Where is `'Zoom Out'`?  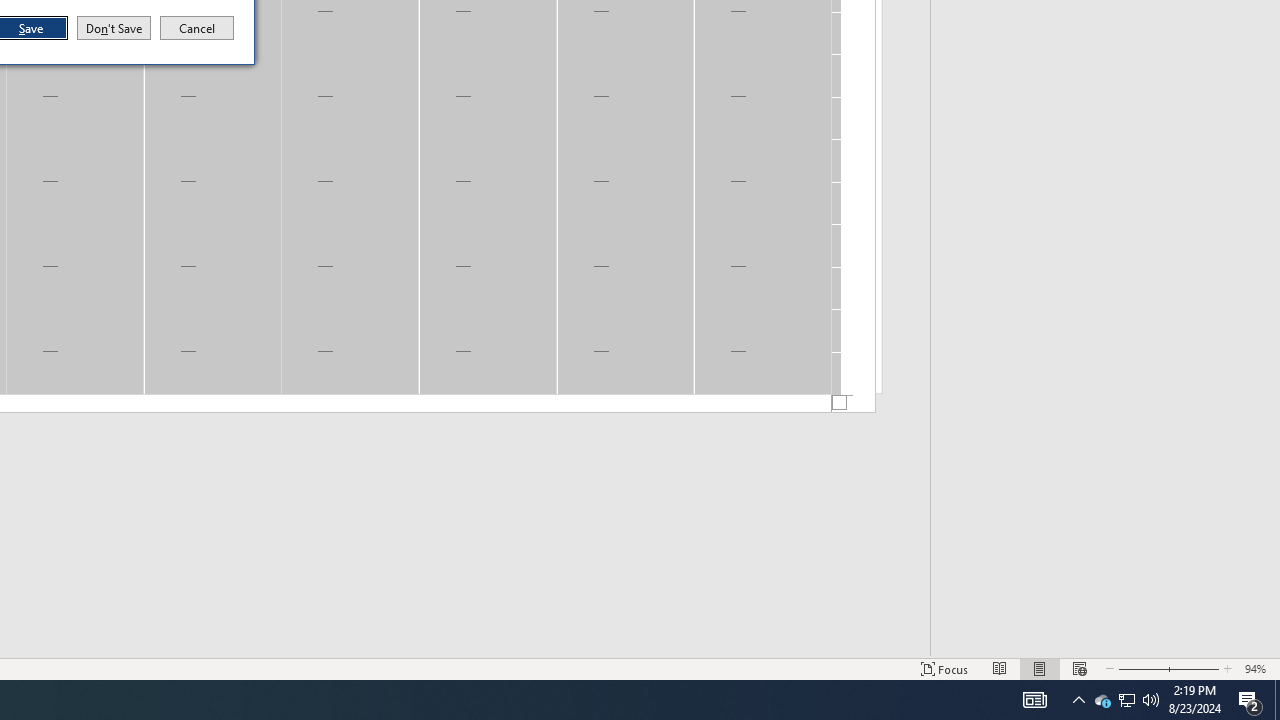
'Zoom Out' is located at coordinates (1141, 669).